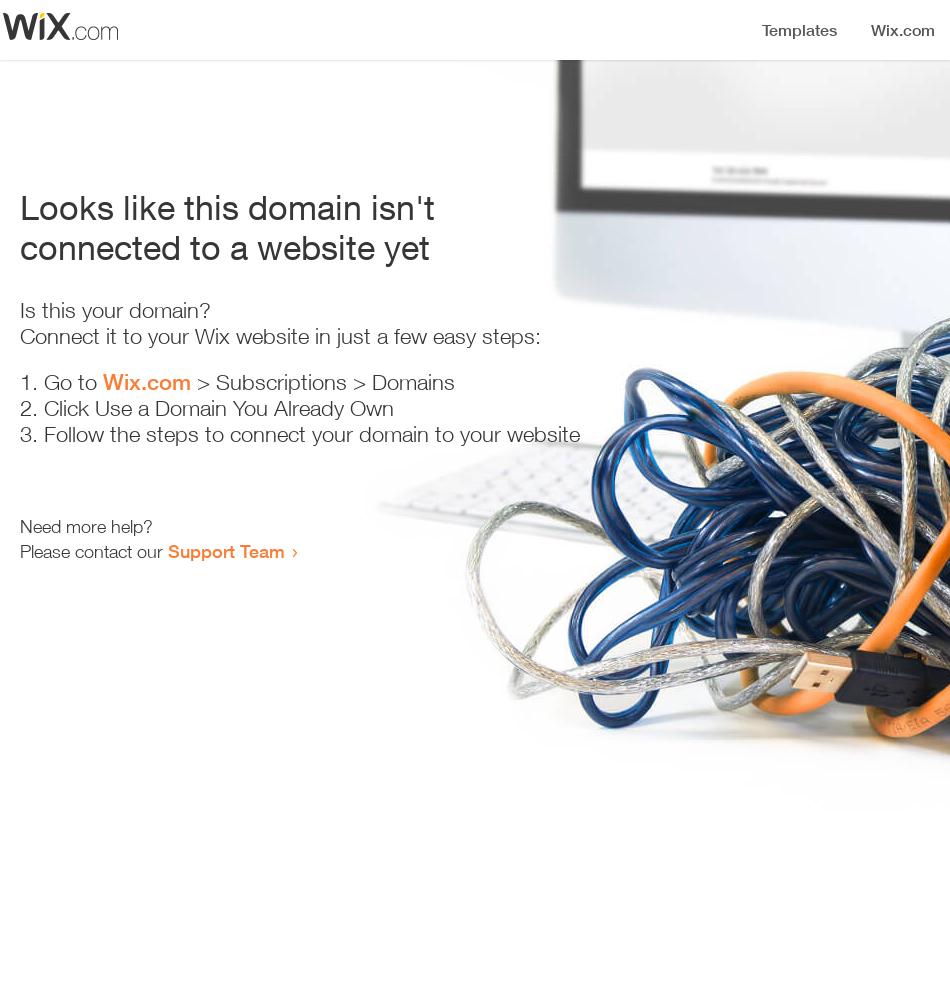  I want to click on 'Is this your domain?', so click(20, 310).